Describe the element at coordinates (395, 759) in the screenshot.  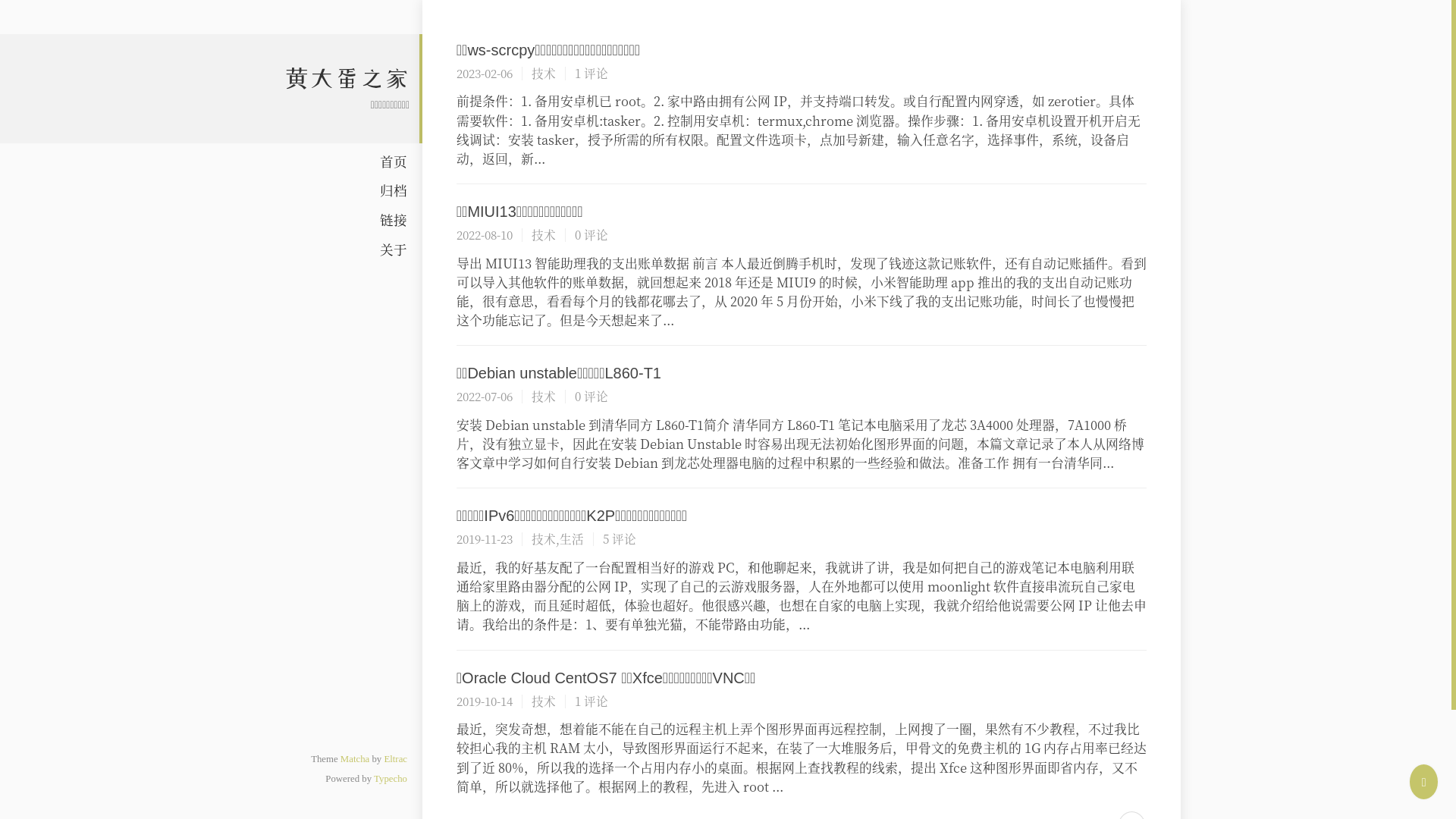
I see `'Eltrac'` at that location.